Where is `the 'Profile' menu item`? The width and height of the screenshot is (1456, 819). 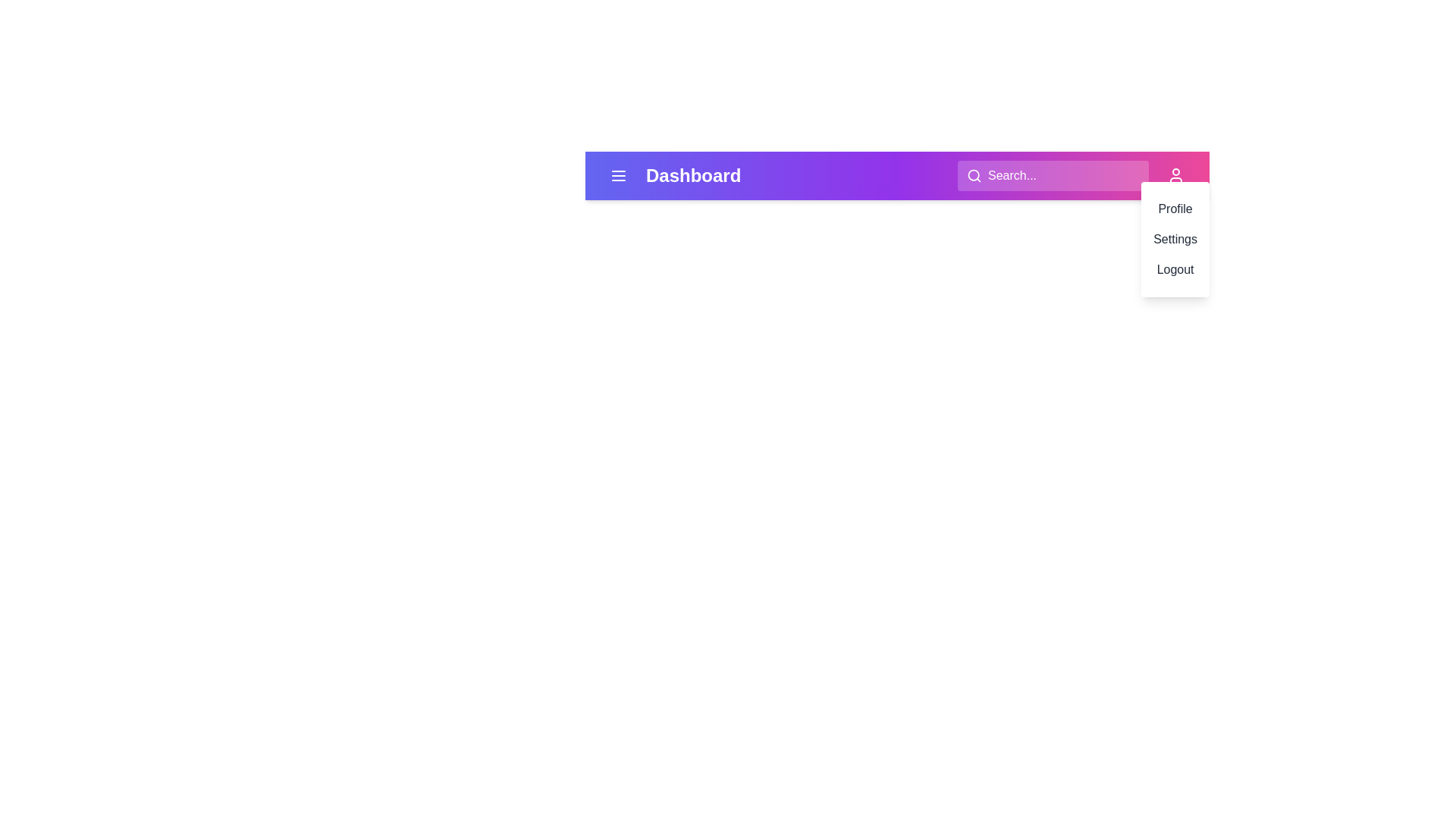
the 'Profile' menu item is located at coordinates (1175, 209).